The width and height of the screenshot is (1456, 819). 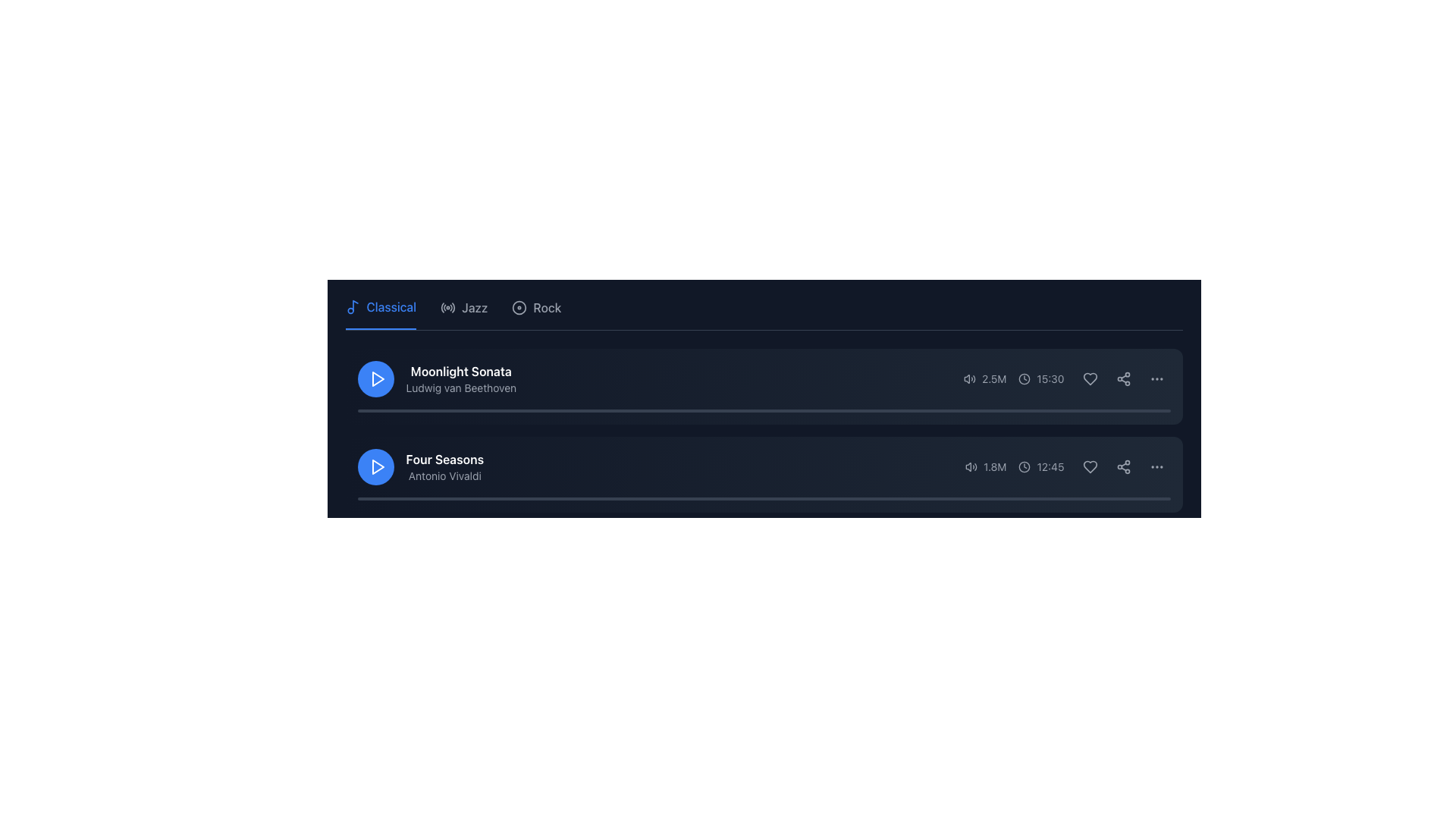 What do you see at coordinates (1040, 466) in the screenshot?
I see `time value displayed by the clock icon and text labeled '12:45', located in the lower part of the interface adjacent to the listeners' count and left of the interactive icons` at bounding box center [1040, 466].